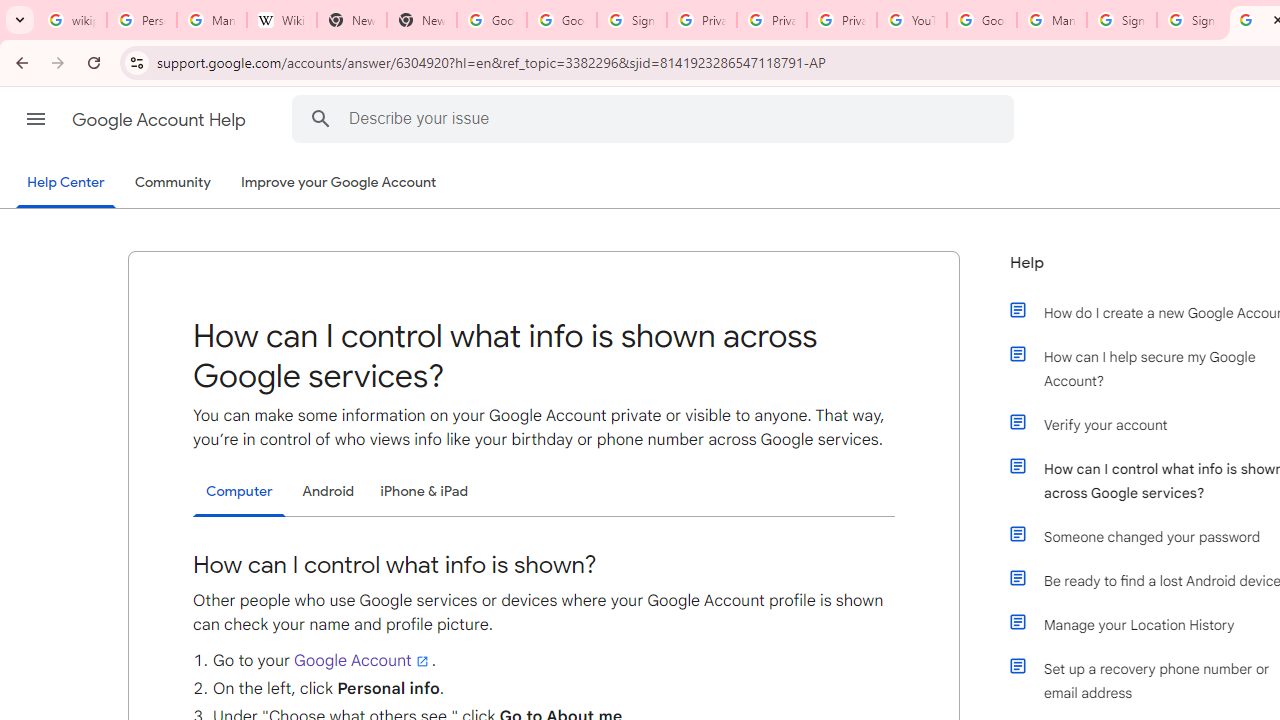 This screenshot has width=1280, height=720. Describe the element at coordinates (320, 118) in the screenshot. I see `'Search Help Center'` at that location.